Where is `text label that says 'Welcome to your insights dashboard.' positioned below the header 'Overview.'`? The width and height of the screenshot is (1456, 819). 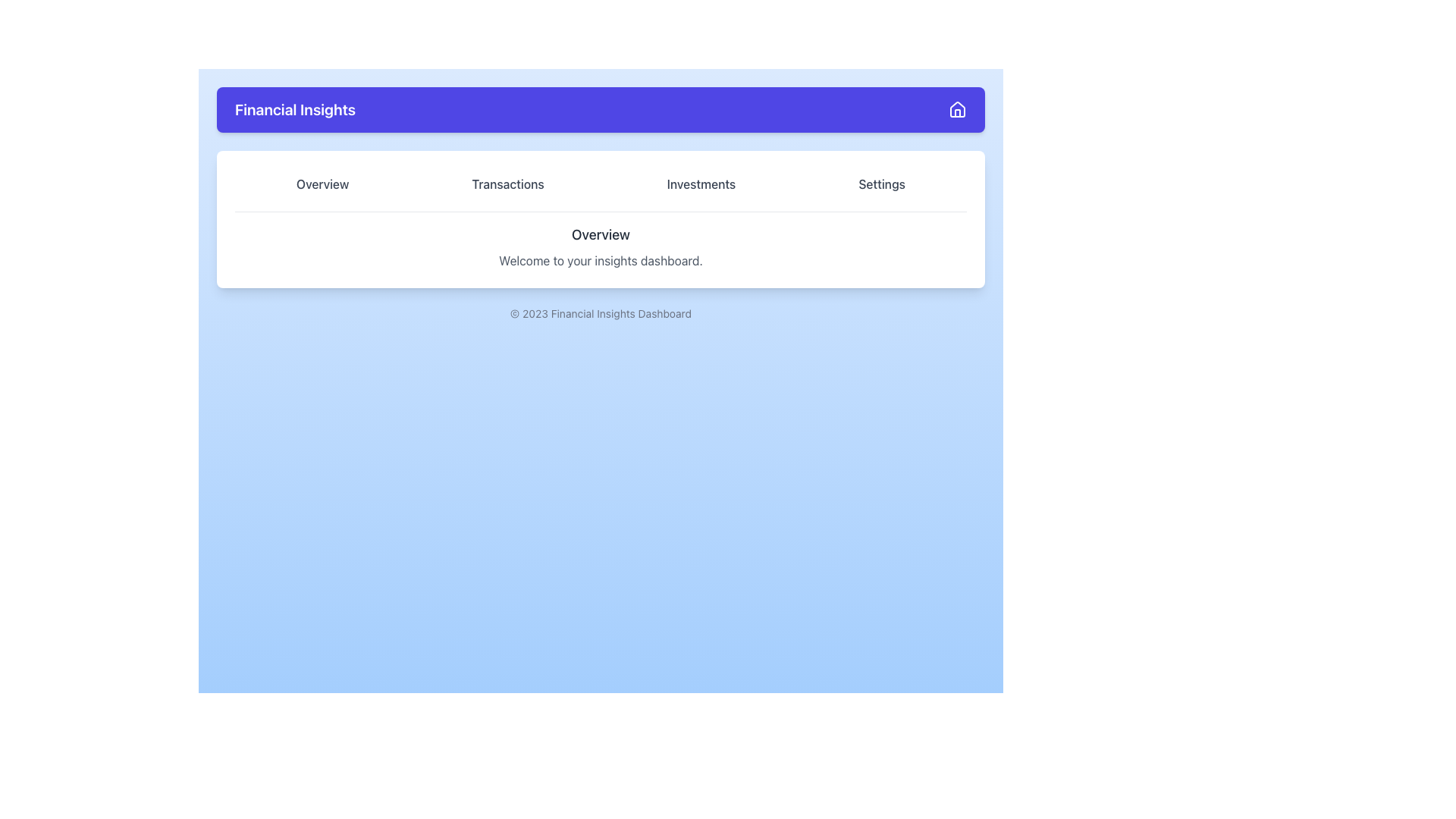 text label that says 'Welcome to your insights dashboard.' positioned below the header 'Overview.' is located at coordinates (600, 259).